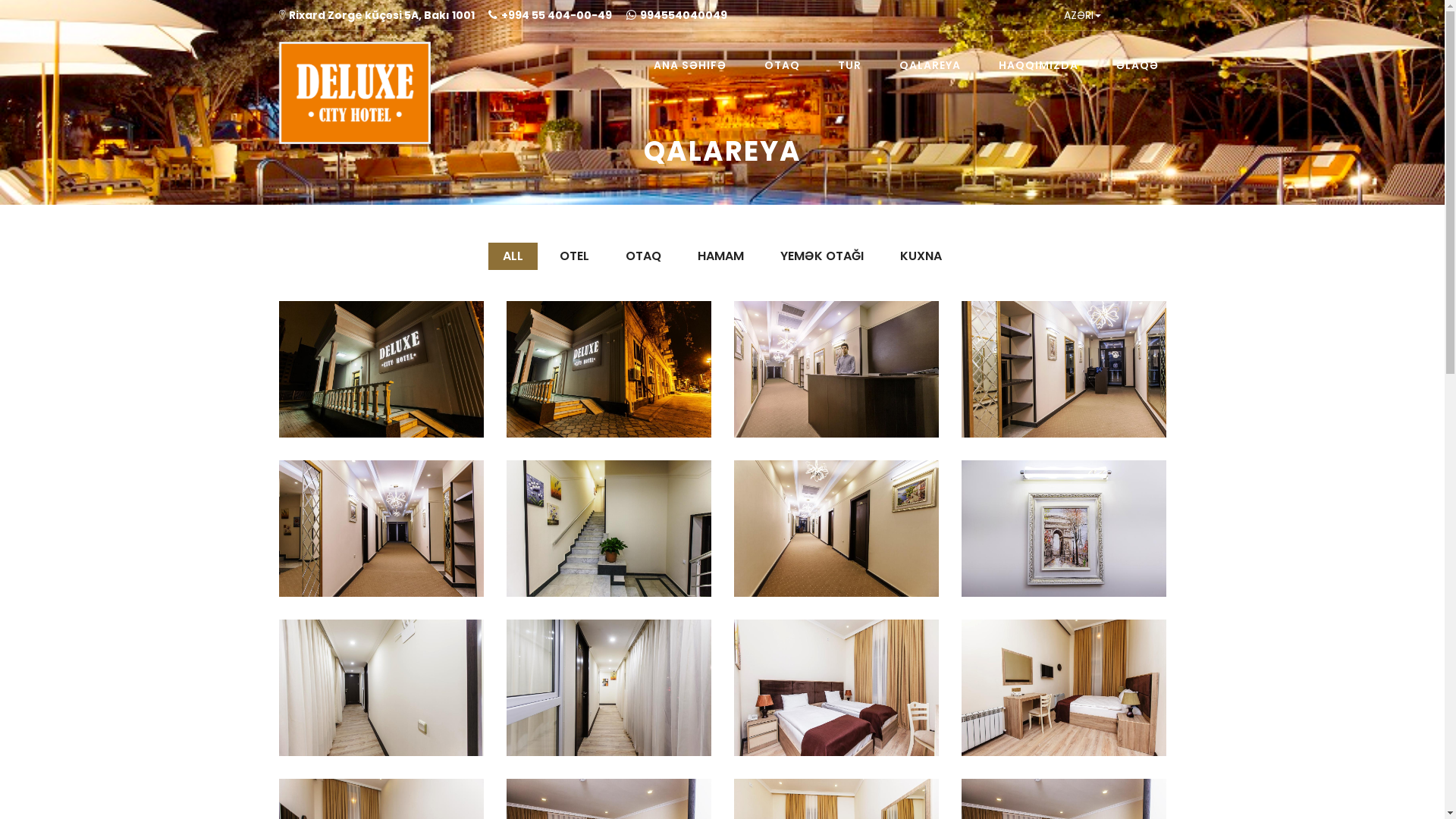 Image resolution: width=1456 pixels, height=819 pixels. I want to click on 'TUR', so click(836, 64).